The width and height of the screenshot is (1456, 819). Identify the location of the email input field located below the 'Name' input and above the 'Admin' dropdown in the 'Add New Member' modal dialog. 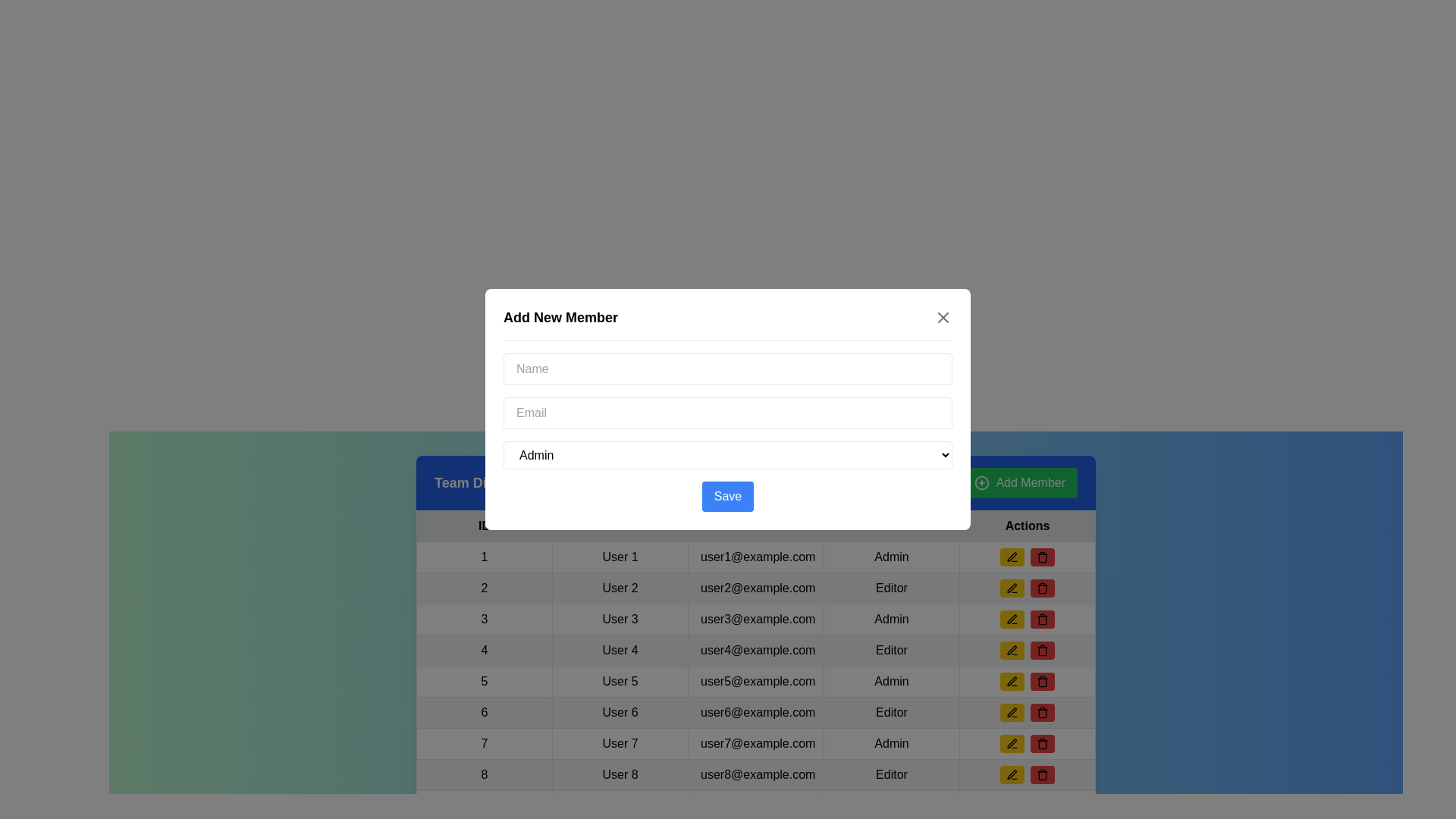
(728, 413).